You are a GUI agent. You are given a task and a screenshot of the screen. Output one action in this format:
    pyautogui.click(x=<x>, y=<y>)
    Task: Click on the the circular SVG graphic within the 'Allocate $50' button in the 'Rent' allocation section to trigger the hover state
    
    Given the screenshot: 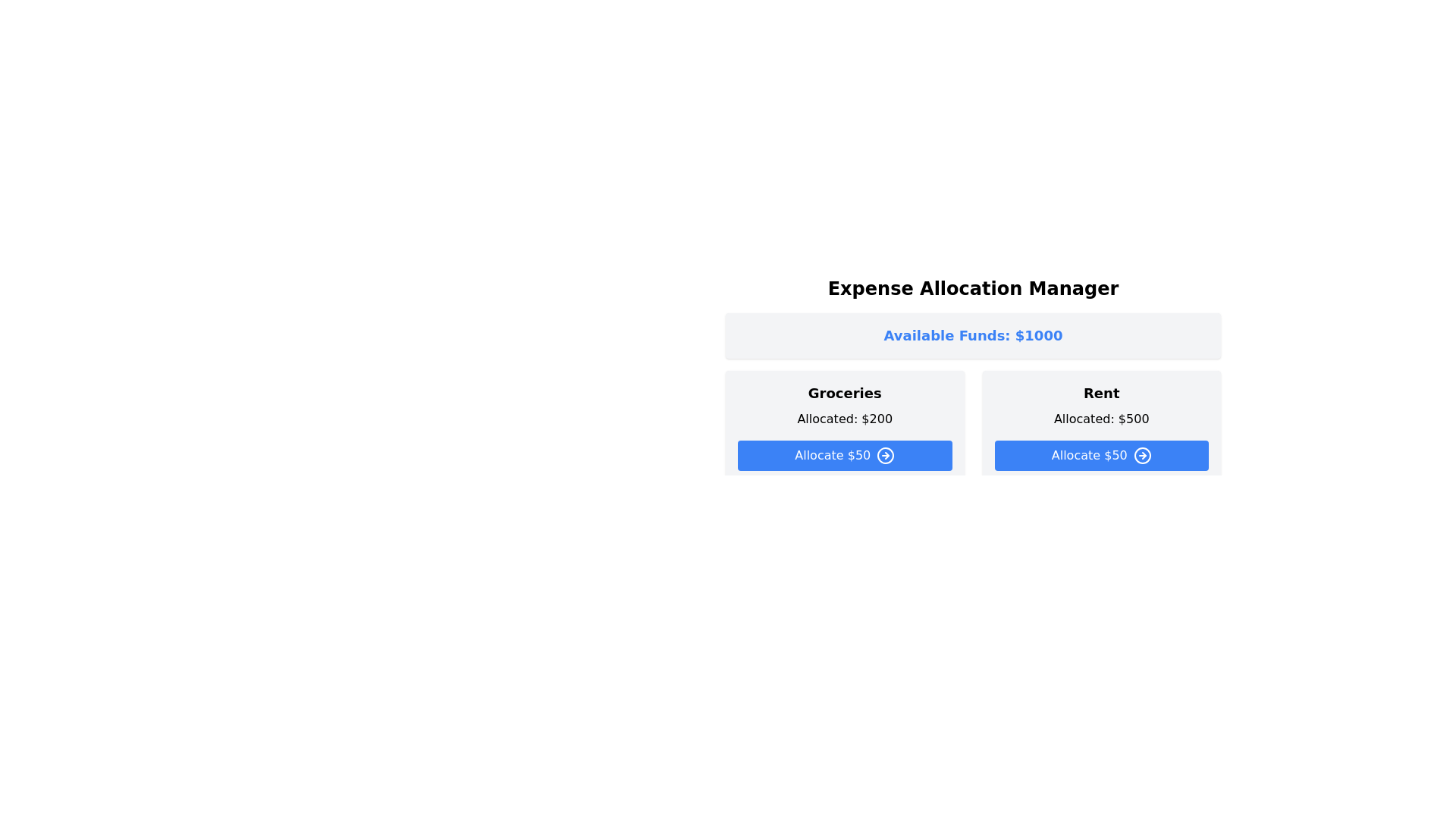 What is the action you would take?
    pyautogui.click(x=1142, y=455)
    